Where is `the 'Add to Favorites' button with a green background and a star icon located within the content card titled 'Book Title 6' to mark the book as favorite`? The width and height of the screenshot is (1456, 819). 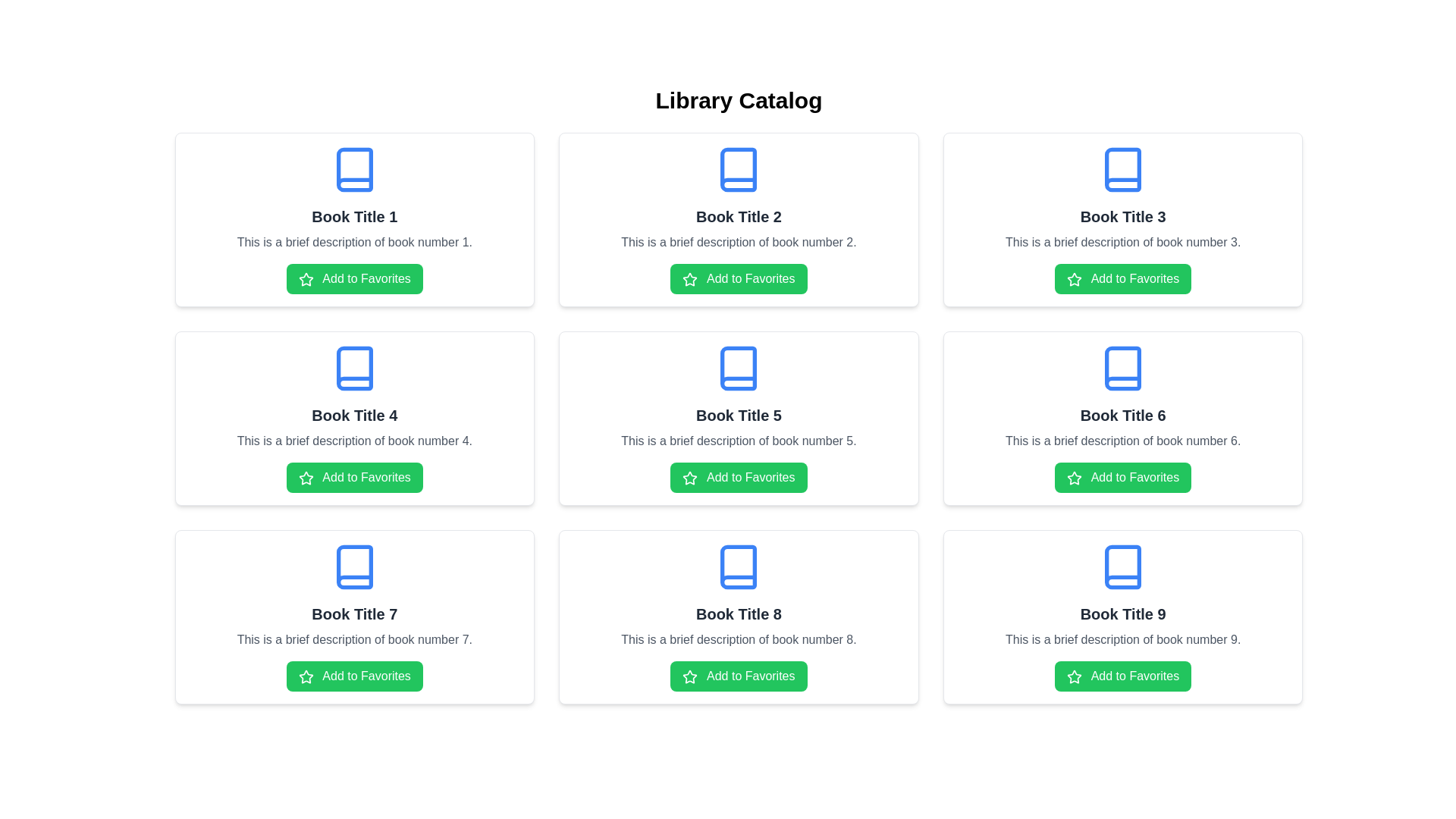 the 'Add to Favorites' button with a green background and a star icon located within the content card titled 'Book Title 6' to mark the book as favorite is located at coordinates (1123, 476).